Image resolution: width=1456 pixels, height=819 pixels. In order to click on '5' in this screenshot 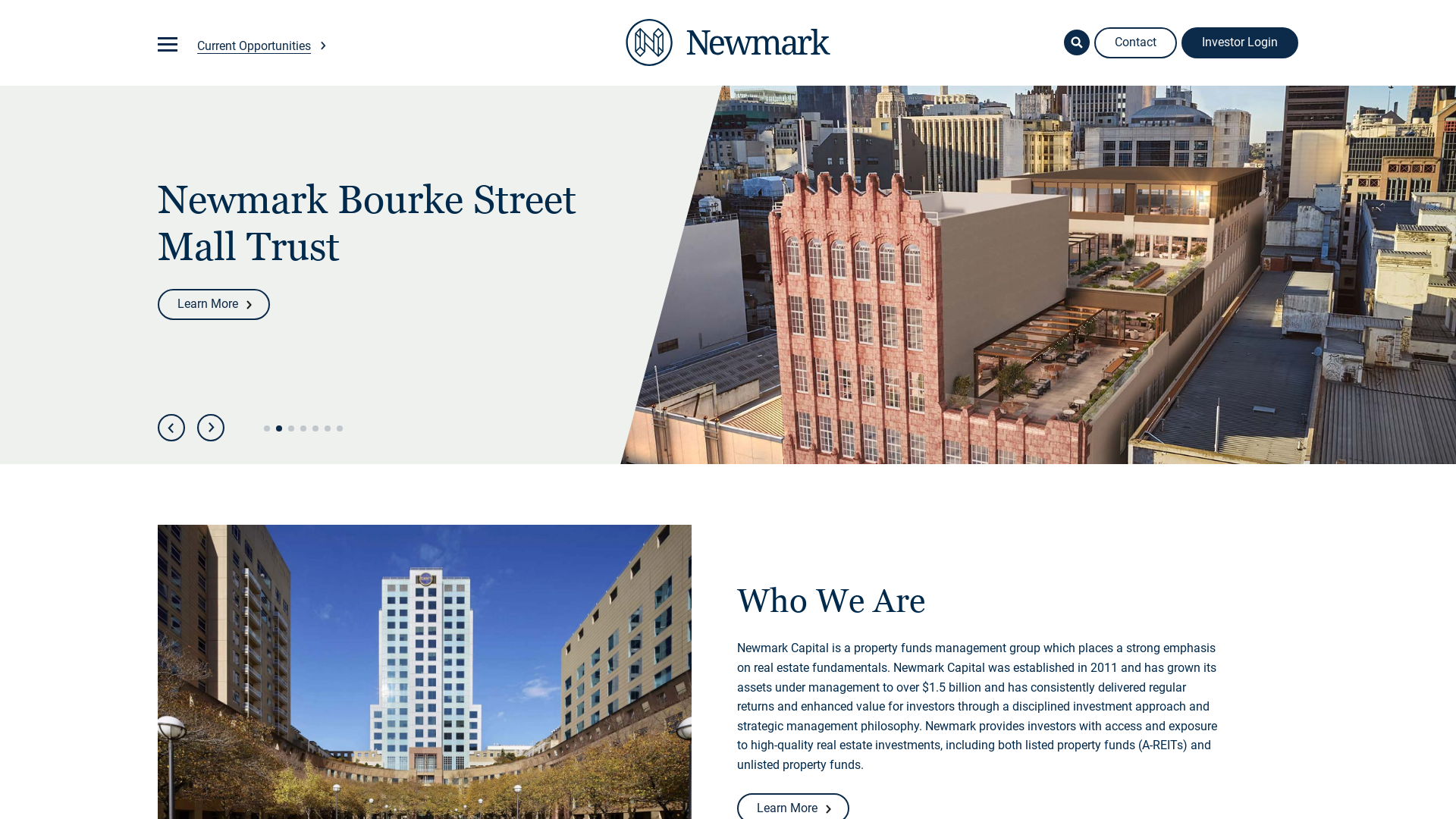, I will do `click(315, 426)`.